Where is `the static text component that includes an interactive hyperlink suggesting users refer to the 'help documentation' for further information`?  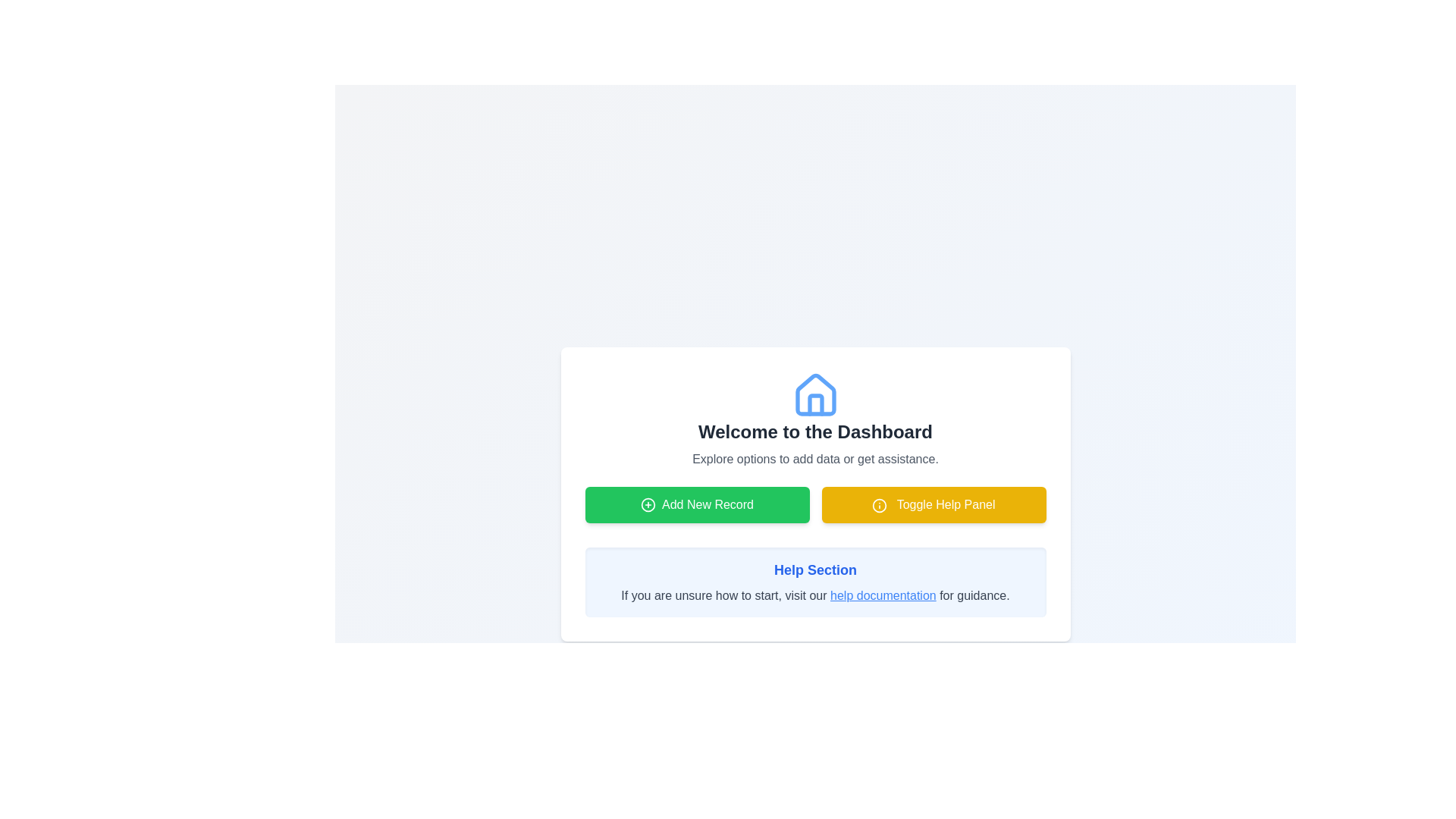 the static text component that includes an interactive hyperlink suggesting users refer to the 'help documentation' for further information is located at coordinates (814, 595).